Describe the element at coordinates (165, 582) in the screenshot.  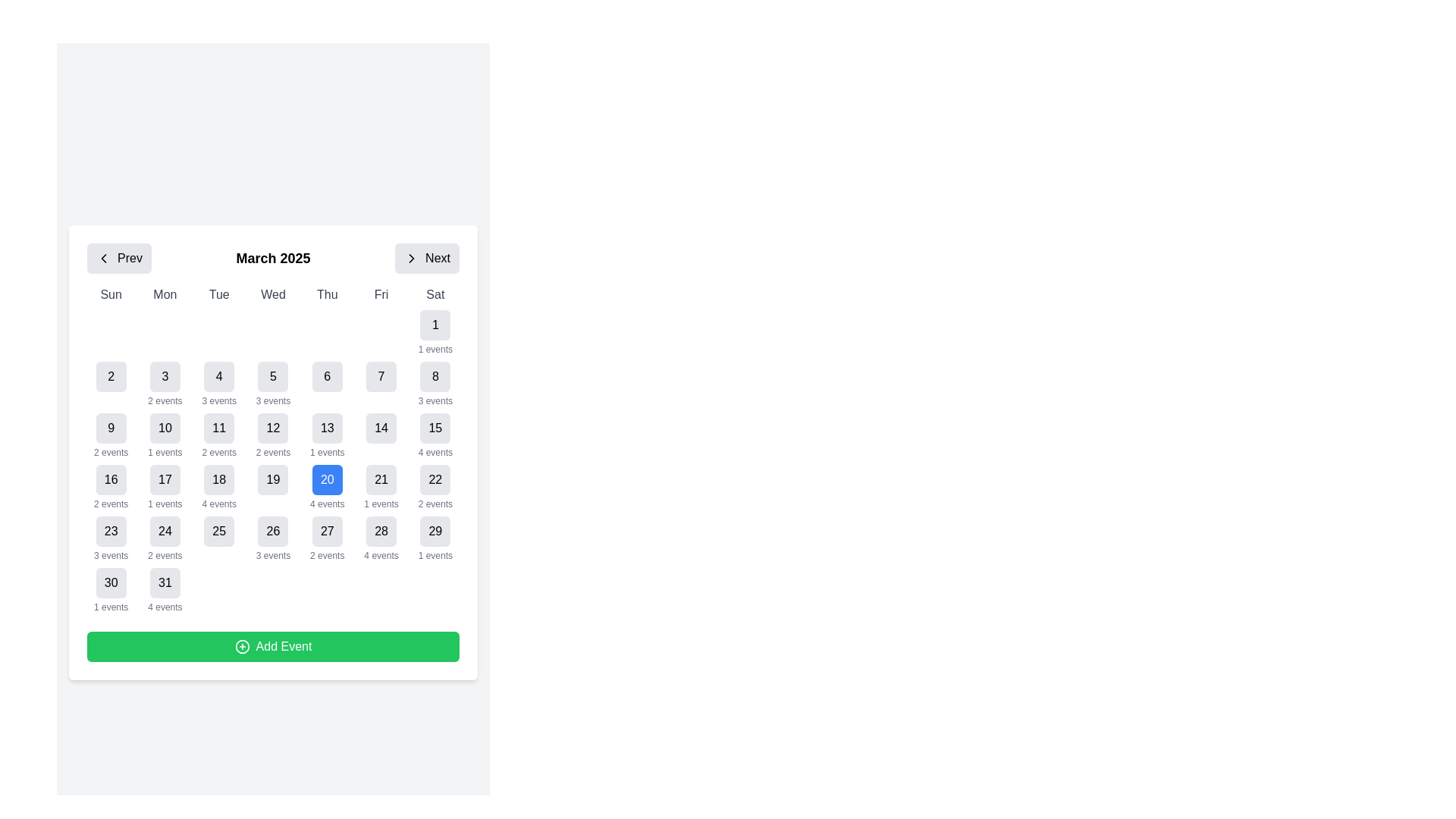
I see `the button representing the date '31' in the calendar` at that location.